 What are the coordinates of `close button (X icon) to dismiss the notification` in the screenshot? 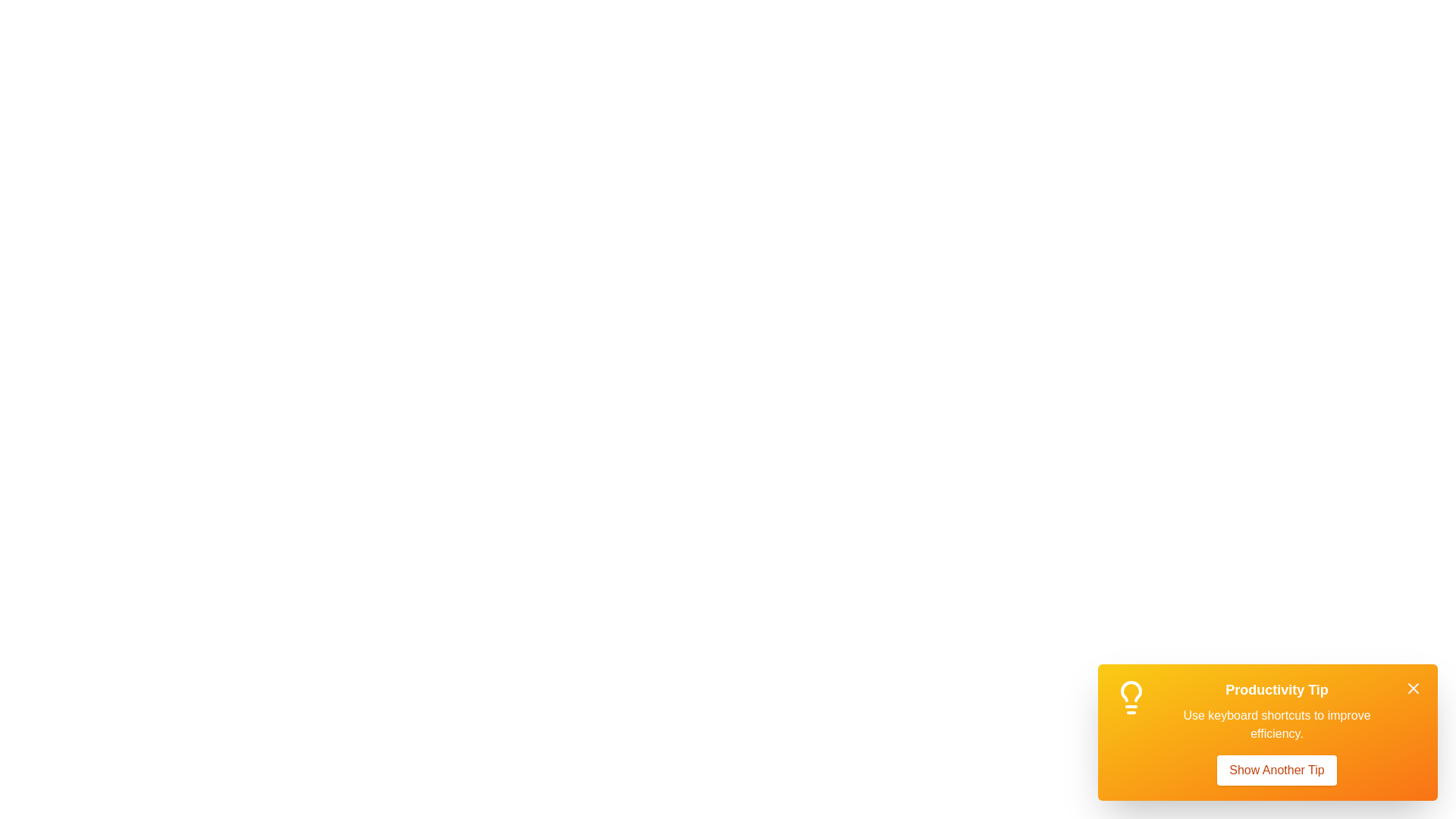 It's located at (1412, 688).